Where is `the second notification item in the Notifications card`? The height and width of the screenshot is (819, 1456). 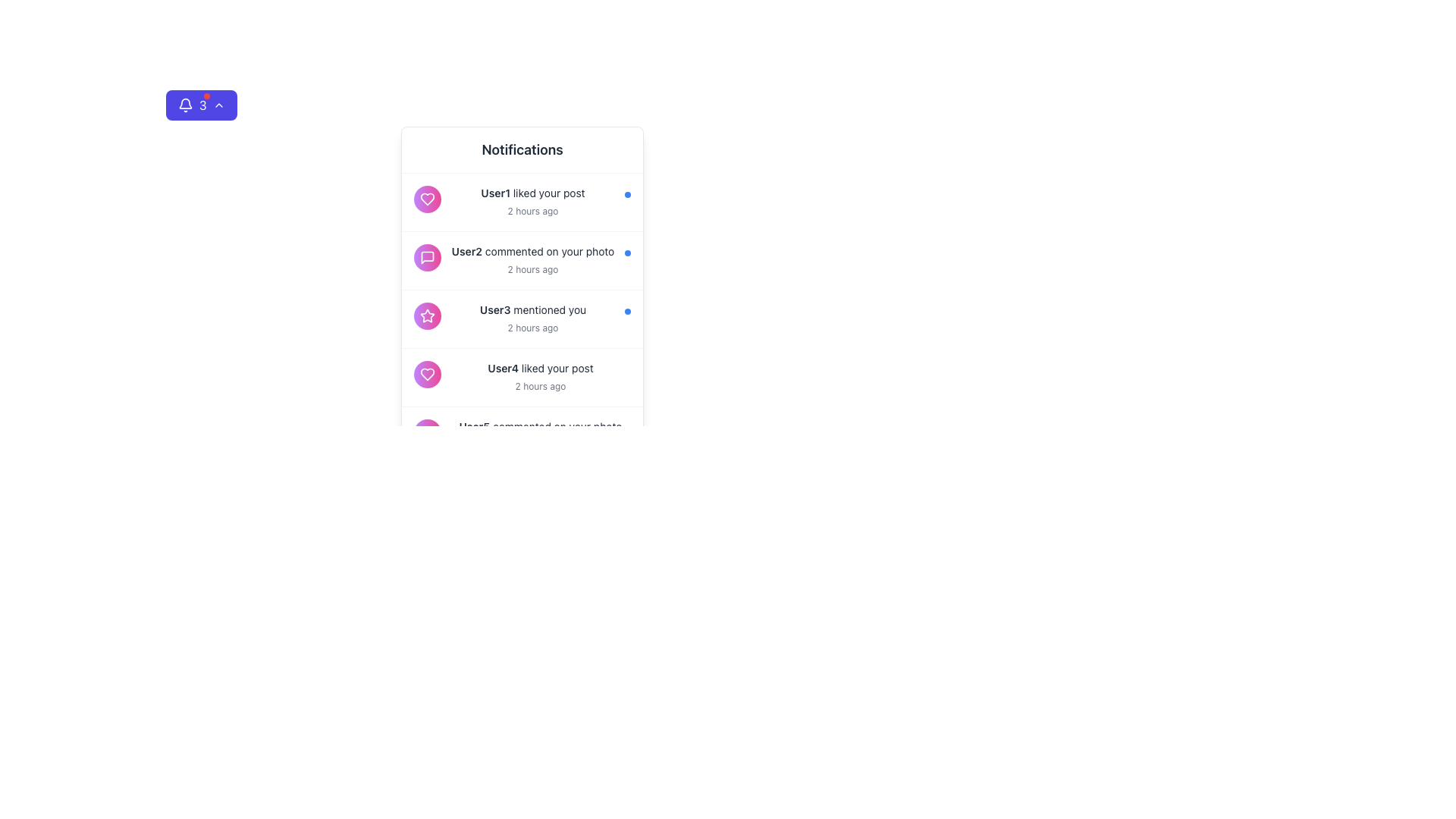
the second notification item in the Notifications card is located at coordinates (404, 247).